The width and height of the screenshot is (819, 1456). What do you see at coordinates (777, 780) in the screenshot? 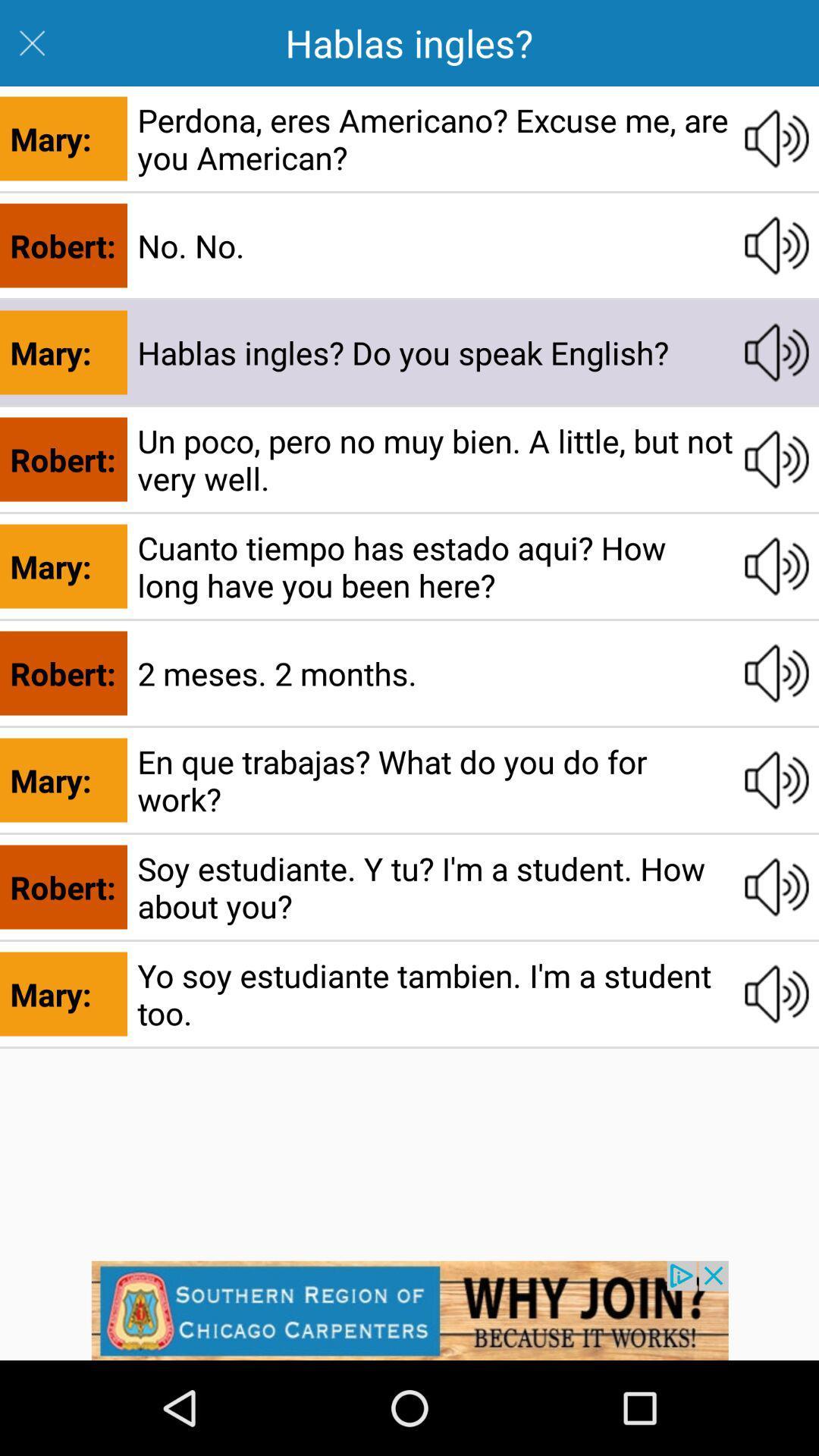
I see `this audio` at bounding box center [777, 780].